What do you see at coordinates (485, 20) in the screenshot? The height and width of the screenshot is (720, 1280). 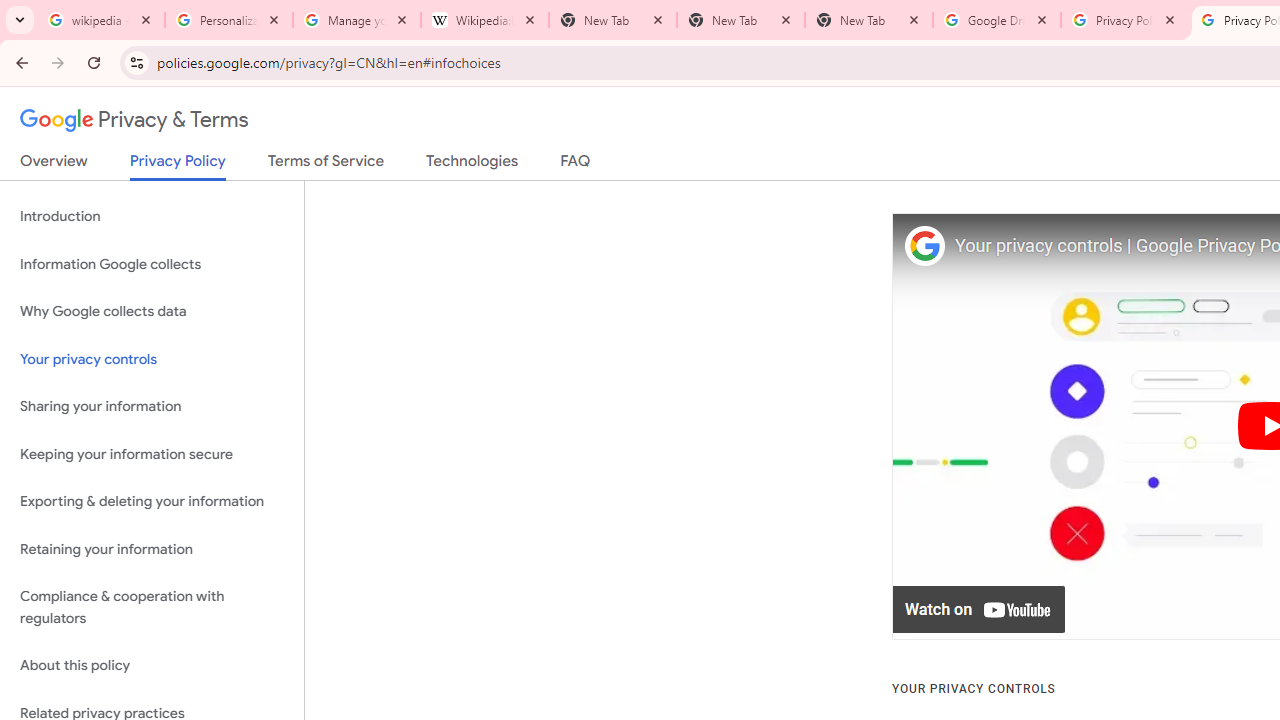 I see `'Wikipedia:Edit requests - Wikipedia'` at bounding box center [485, 20].